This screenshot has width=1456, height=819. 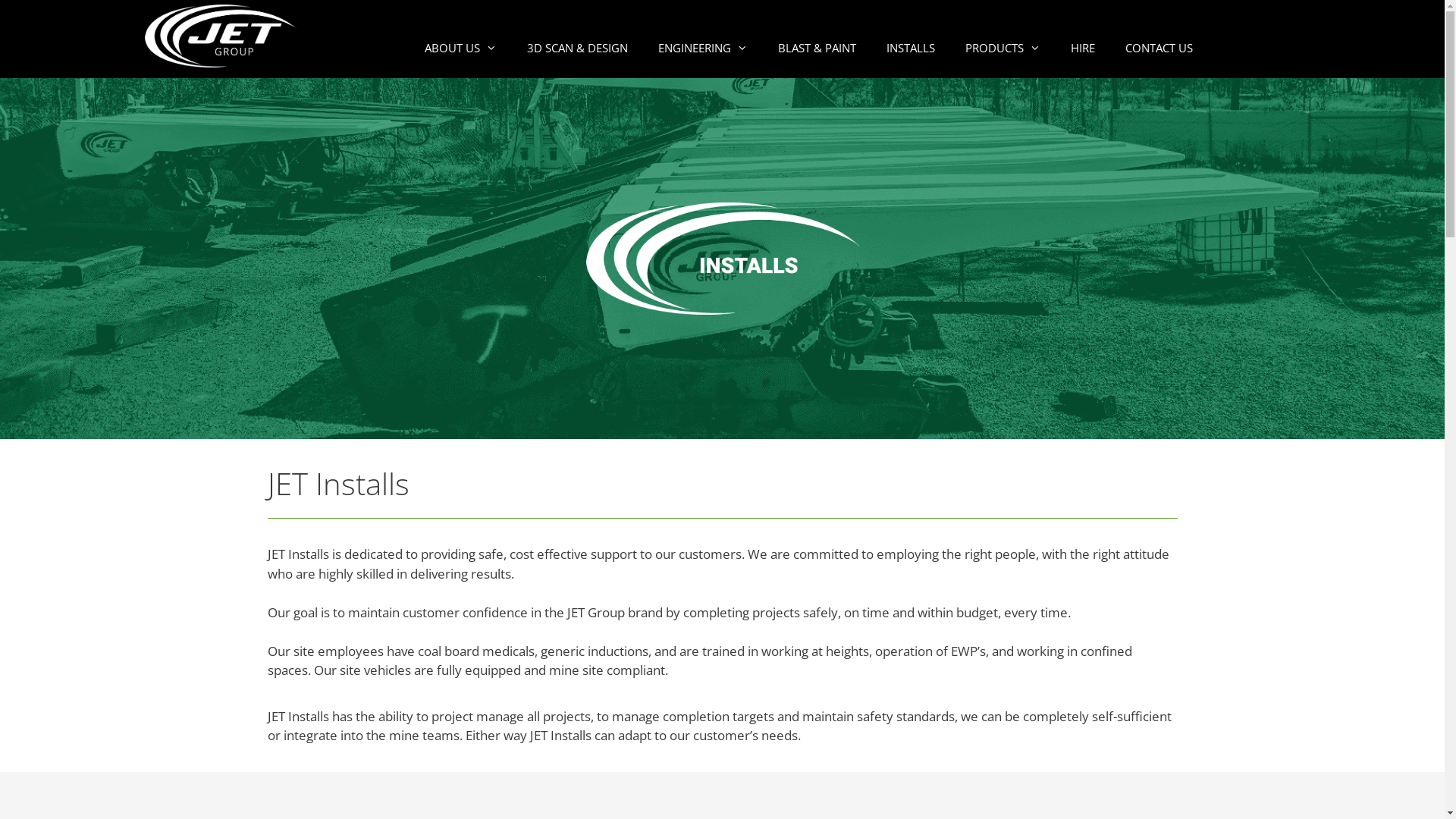 I want to click on '3D SCAN & DESIGN', so click(x=576, y=46).